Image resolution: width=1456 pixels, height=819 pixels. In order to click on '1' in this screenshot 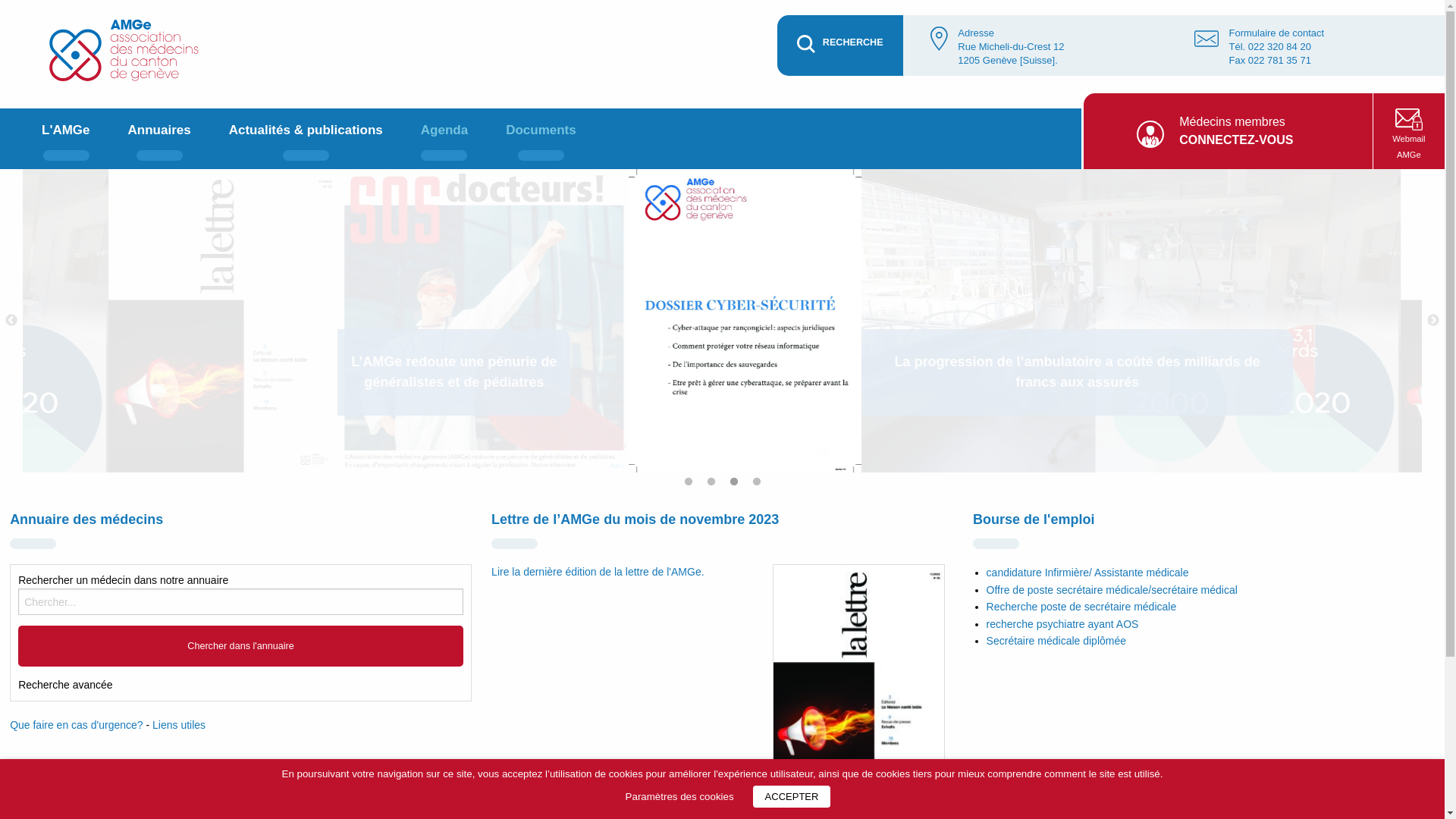, I will do `click(692, 486)`.